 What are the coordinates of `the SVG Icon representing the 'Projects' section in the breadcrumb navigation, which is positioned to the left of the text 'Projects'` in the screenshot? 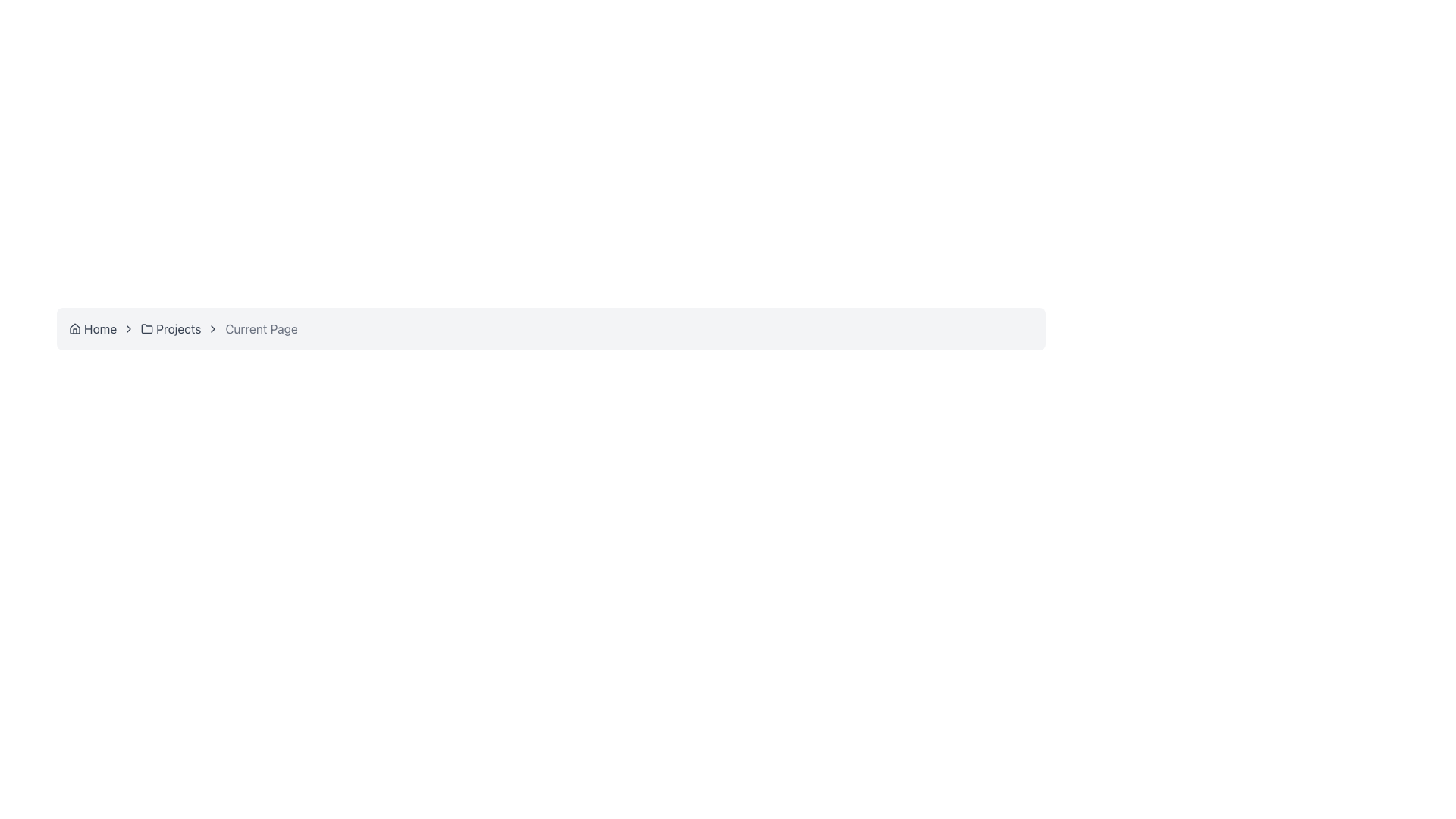 It's located at (147, 328).